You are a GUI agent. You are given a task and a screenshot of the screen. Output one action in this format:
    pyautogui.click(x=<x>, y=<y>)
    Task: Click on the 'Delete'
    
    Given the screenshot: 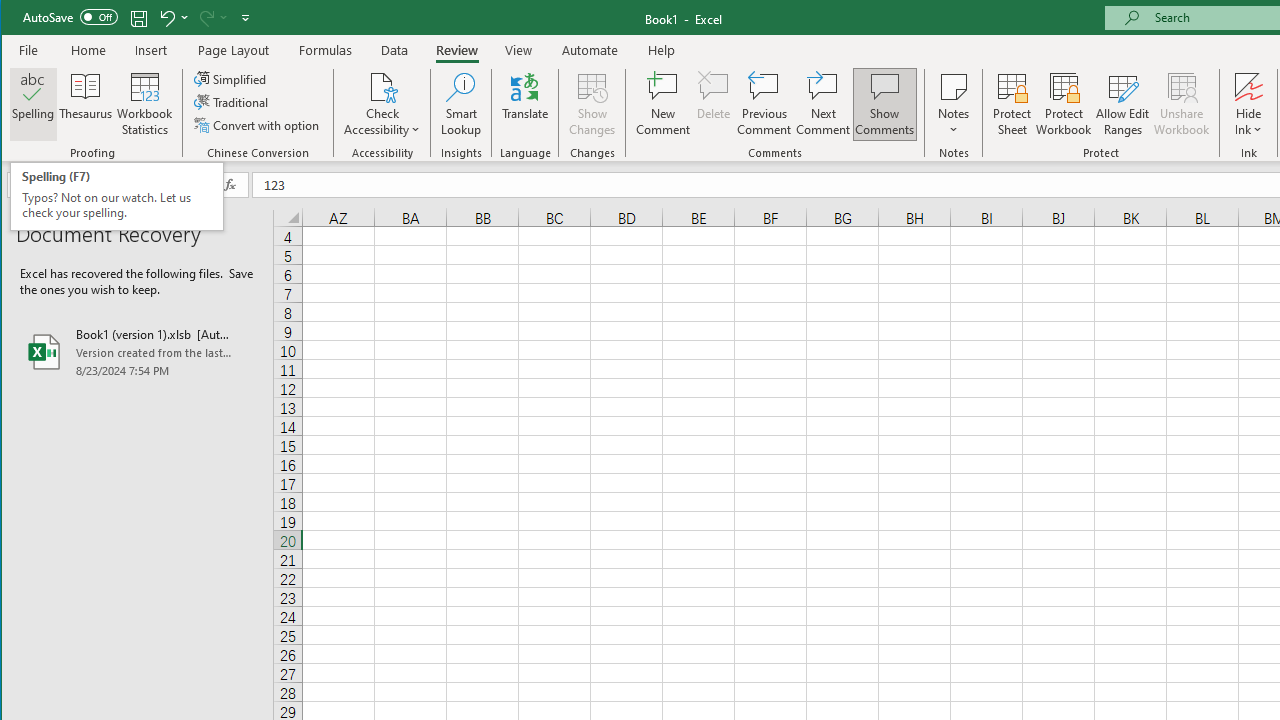 What is the action you would take?
    pyautogui.click(x=713, y=104)
    